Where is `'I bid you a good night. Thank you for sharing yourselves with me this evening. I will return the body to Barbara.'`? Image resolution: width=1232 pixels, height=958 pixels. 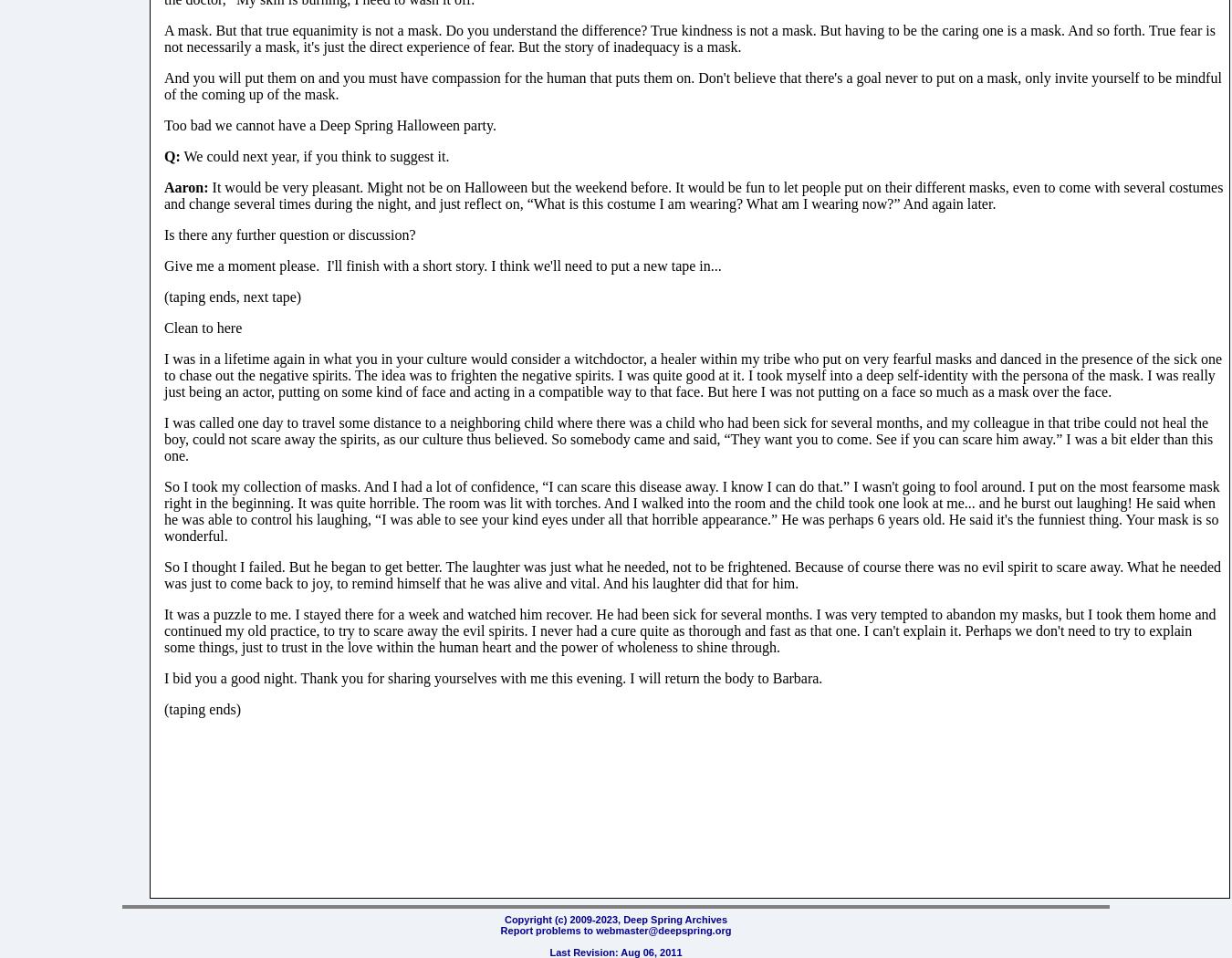
'I bid you a good night. Thank you for sharing yourselves with me this evening. I will return the body to Barbara.' is located at coordinates (163, 676).